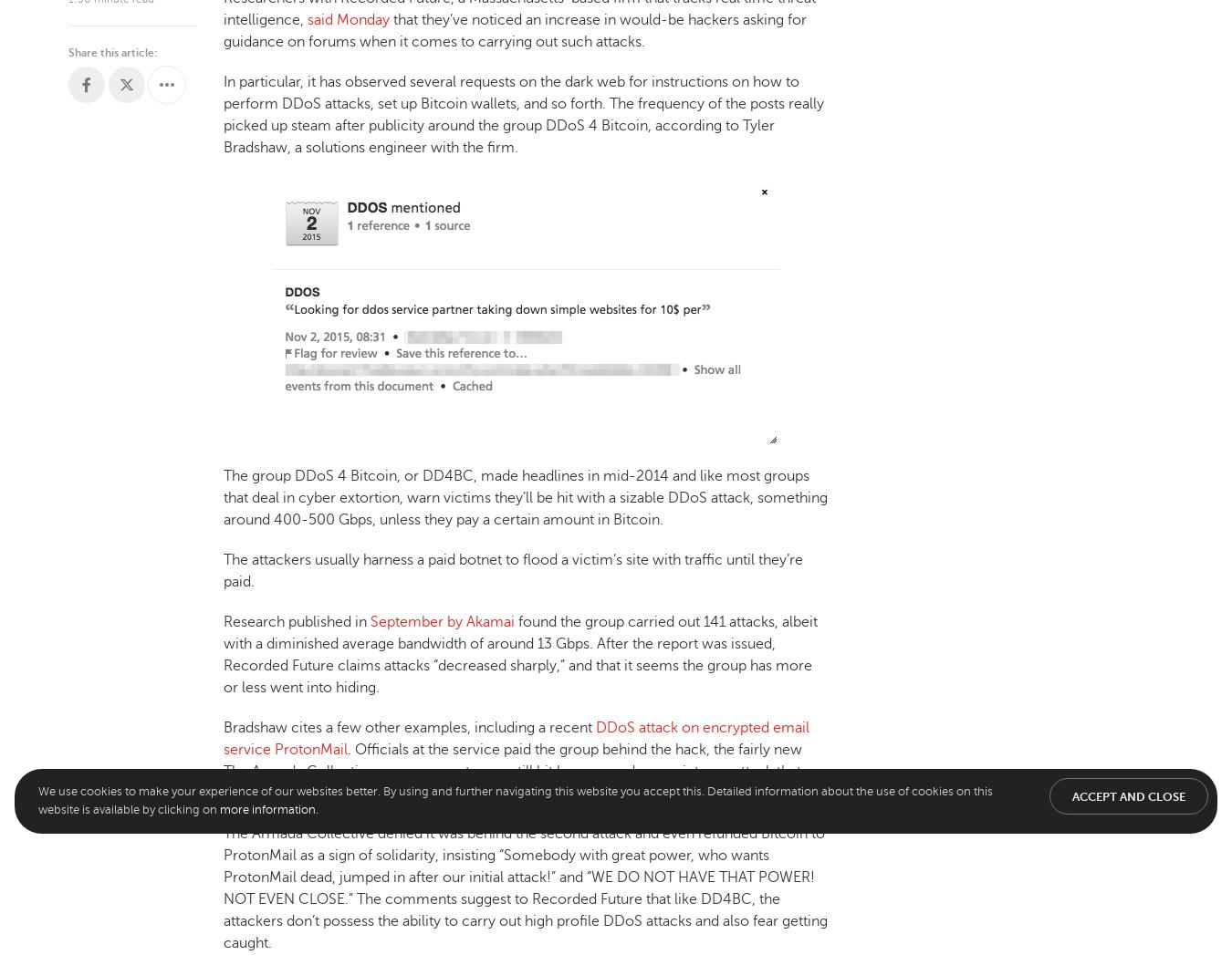 The height and width of the screenshot is (976, 1232). Describe the element at coordinates (526, 886) in the screenshot. I see `'The Armada Collective denied it was behind the second attack and even refunded Bitcoin to ProtonMail as a sign of solidarity, insisting “Somebody with great power, who wants ProtonMail dead, jumped in after our initial attack!” and “WE DO NOT HAVE THAT POWER! NOT EVEN CLOSE.” The comments suggest to Recorded Future that like DD4BC, the attackers don’t possess the ability to carry out high profile DDoS attacks and also fear getting caught.'` at that location.